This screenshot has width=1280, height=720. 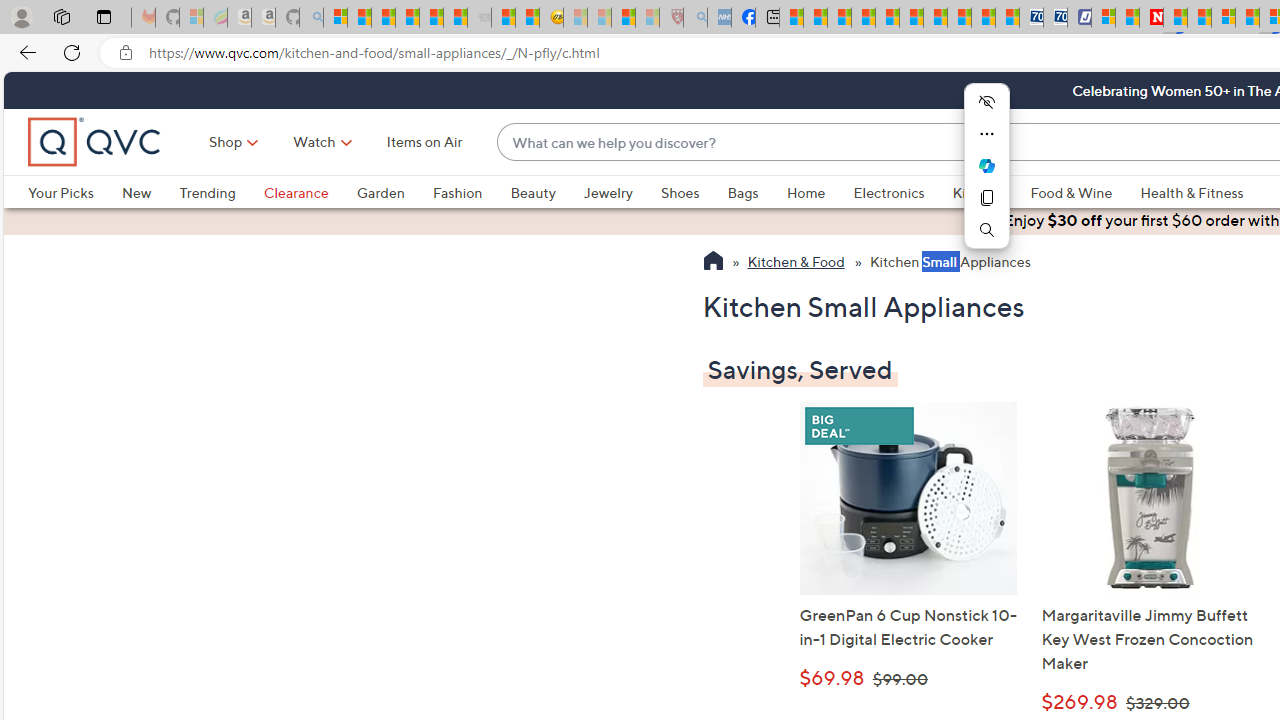 What do you see at coordinates (207, 192) in the screenshot?
I see `'Trending'` at bounding box center [207, 192].